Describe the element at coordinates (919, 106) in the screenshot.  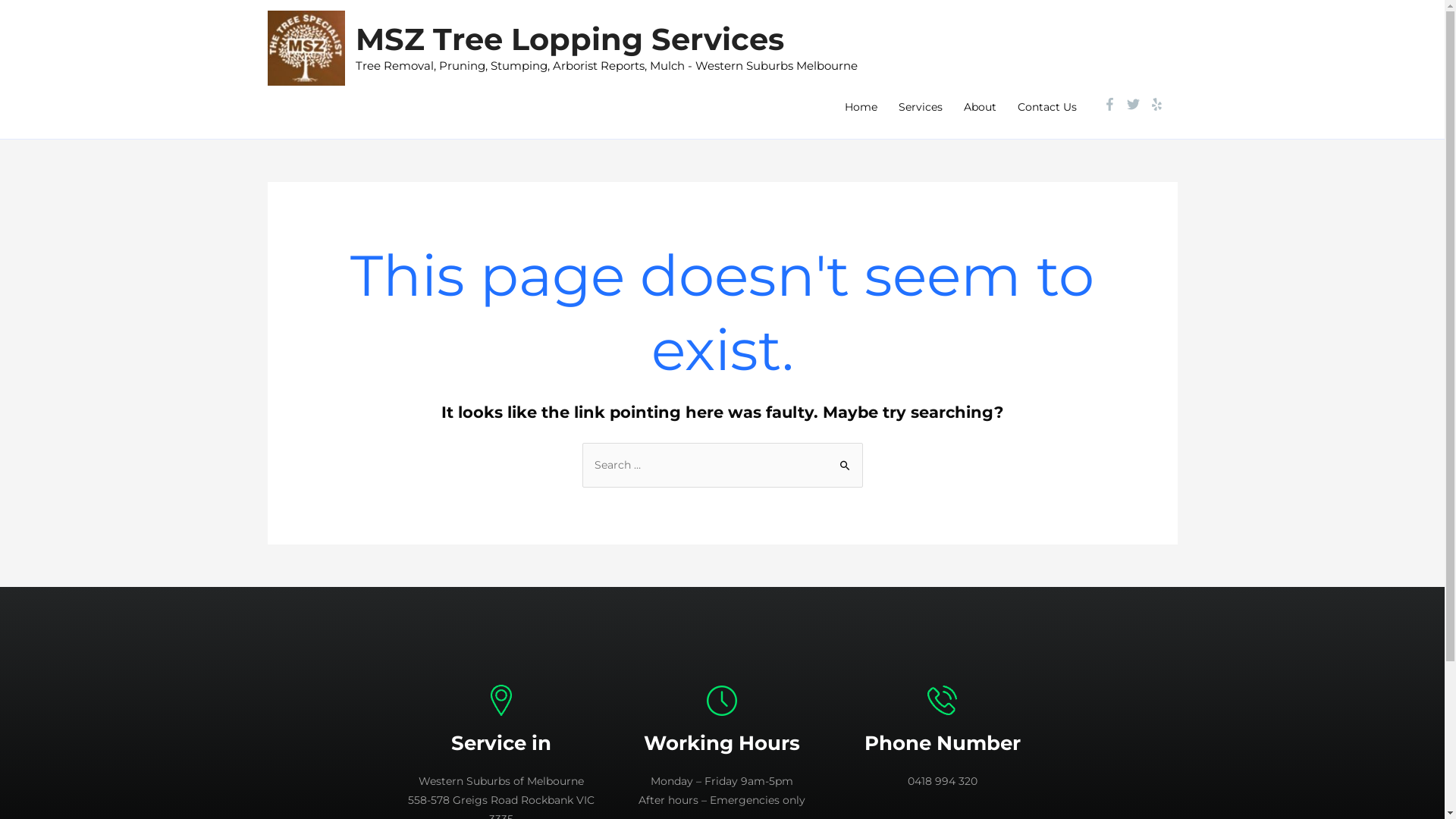
I see `'Services'` at that location.